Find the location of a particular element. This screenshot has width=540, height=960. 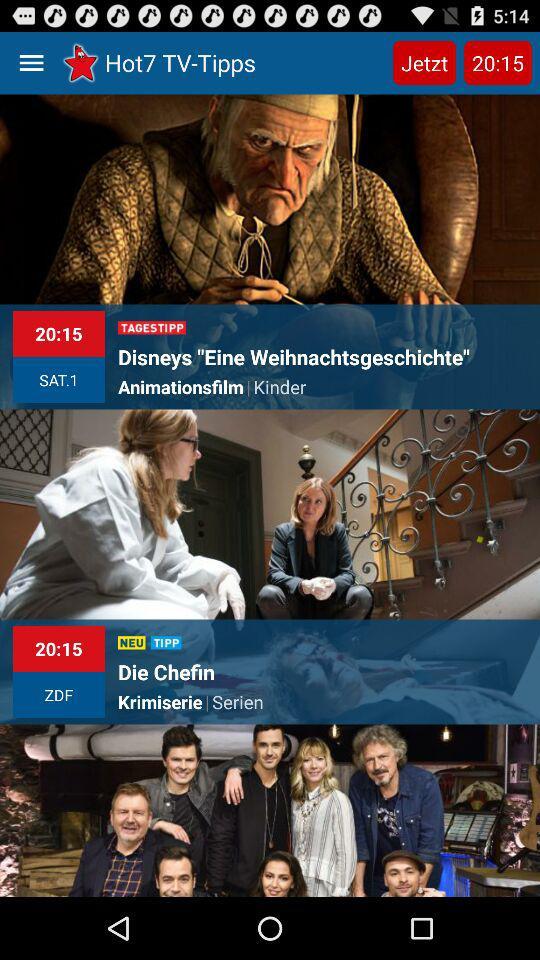

jetzt is located at coordinates (423, 62).